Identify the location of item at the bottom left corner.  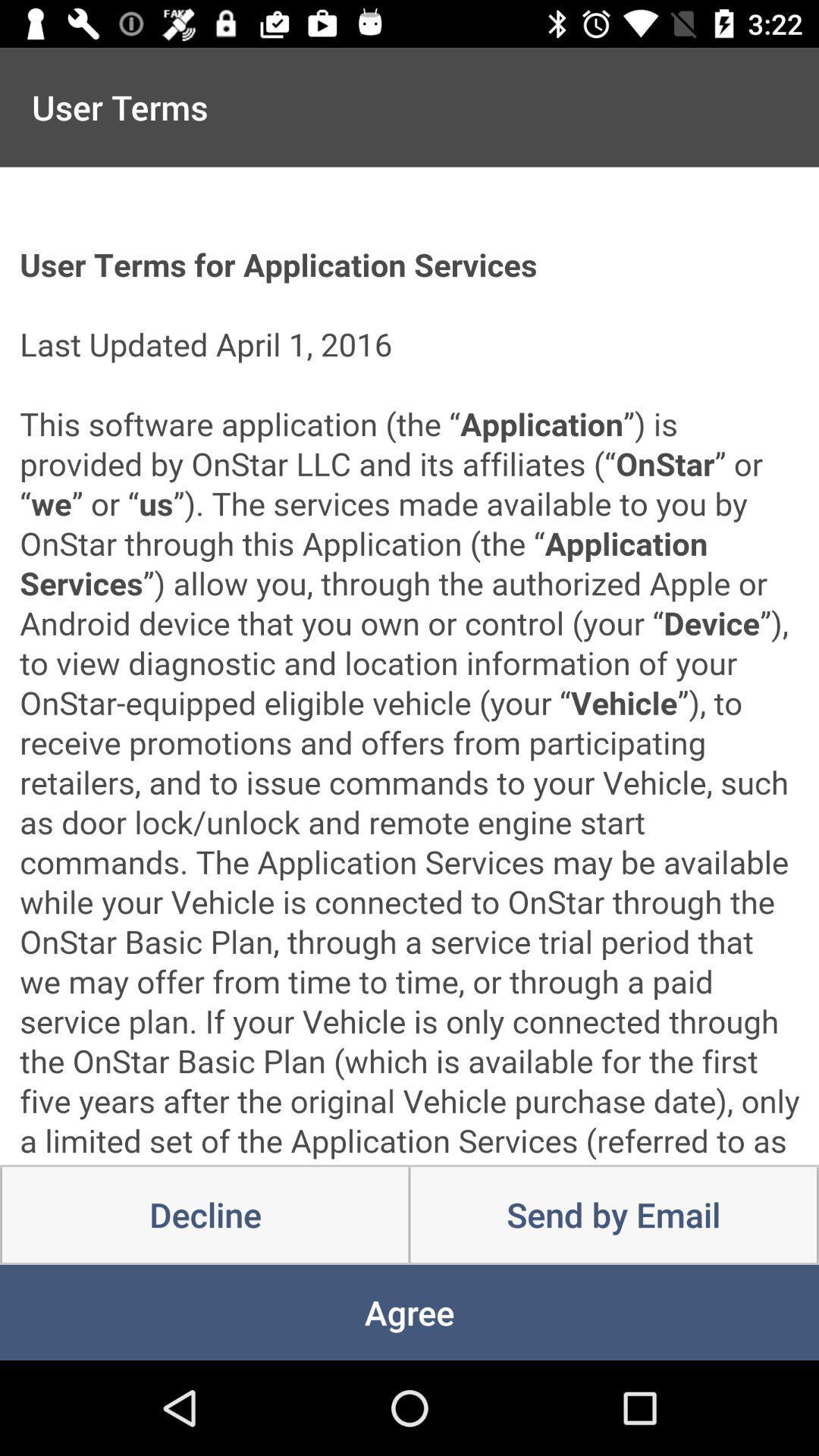
(205, 1215).